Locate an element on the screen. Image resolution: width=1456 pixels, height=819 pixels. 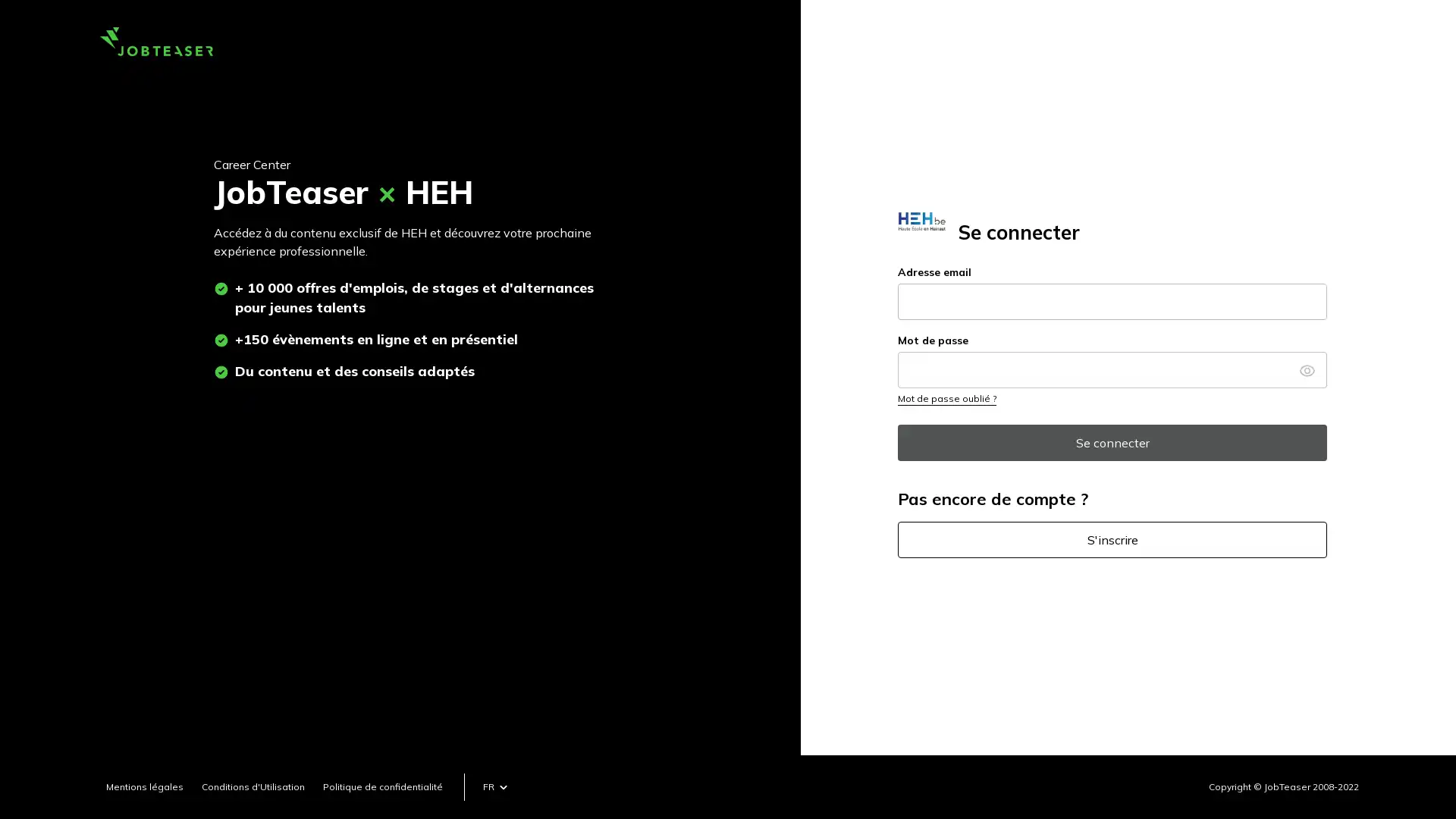
Se connecter is located at coordinates (1112, 442).